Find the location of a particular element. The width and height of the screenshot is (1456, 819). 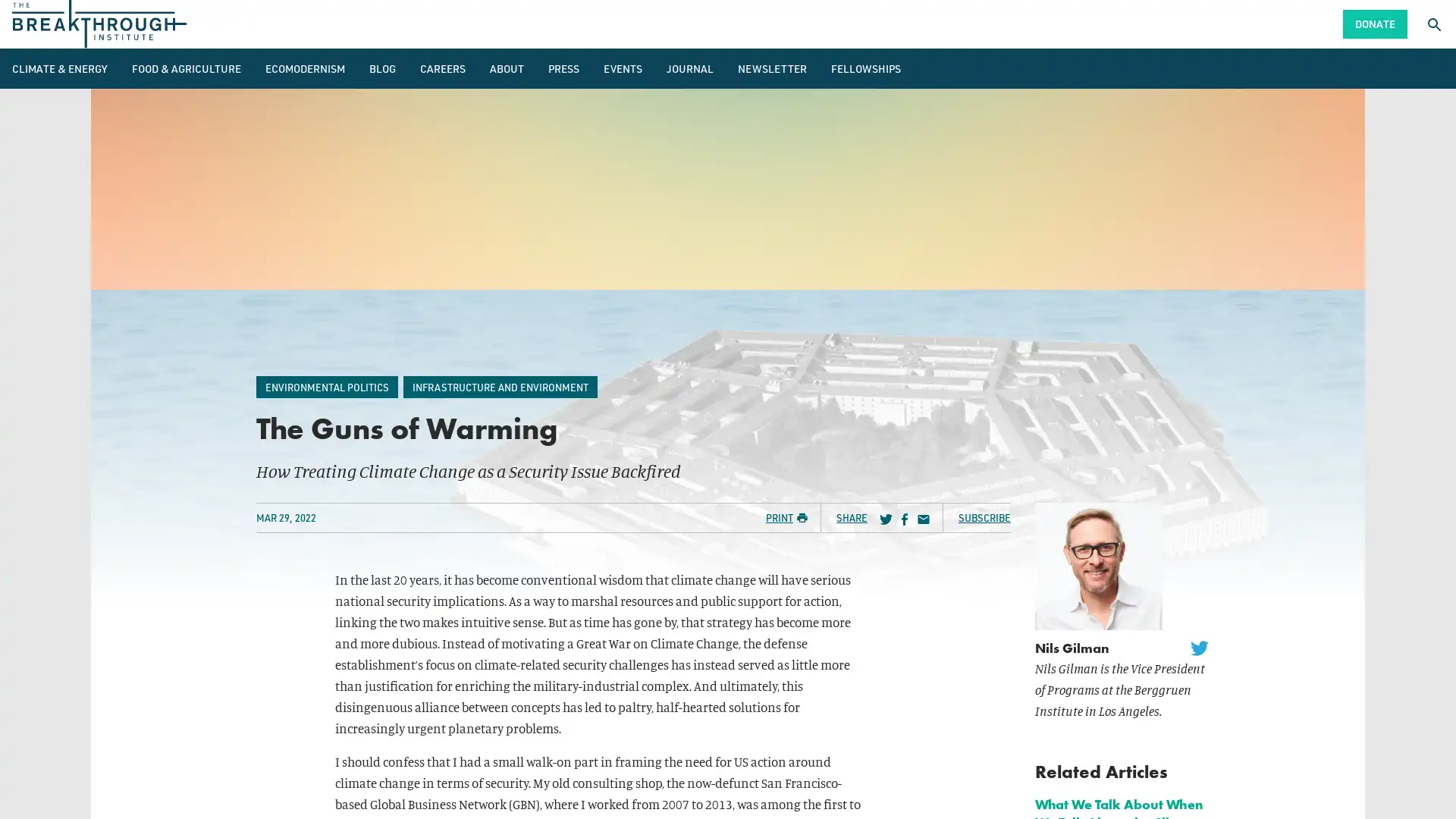

SUBSCRIBE is located at coordinates (984, 516).